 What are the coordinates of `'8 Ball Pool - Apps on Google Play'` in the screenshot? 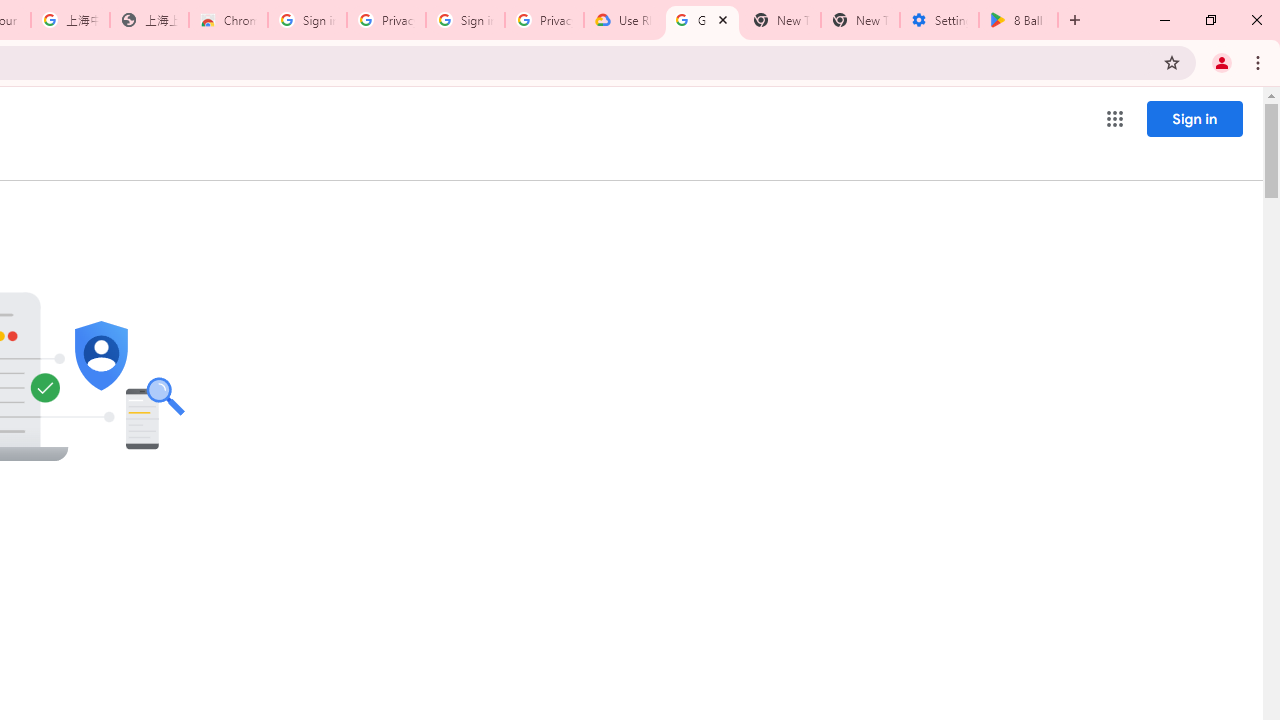 It's located at (1018, 20).